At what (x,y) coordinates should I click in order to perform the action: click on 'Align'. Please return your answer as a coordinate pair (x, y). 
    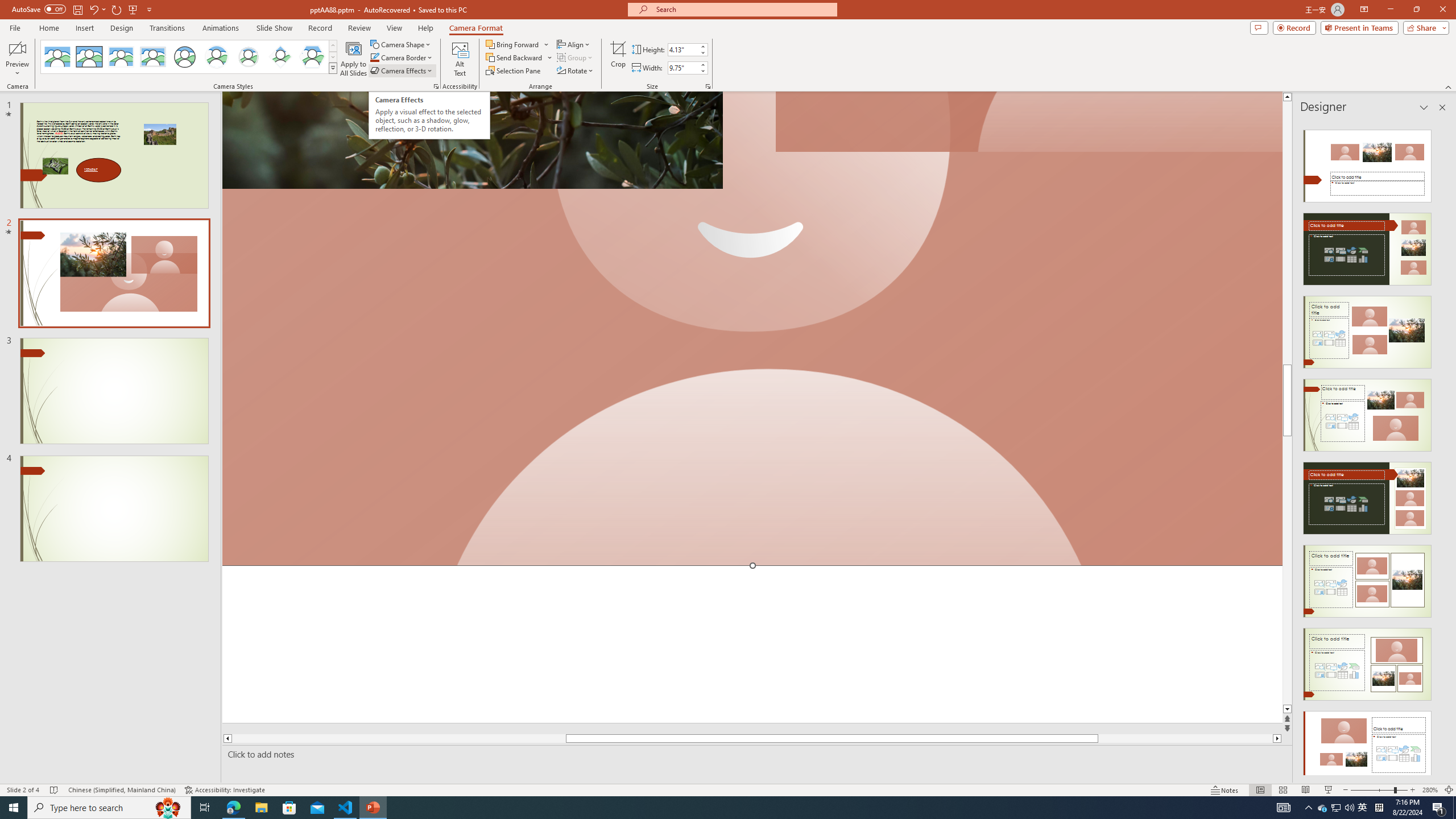
    Looking at the image, I should click on (573, 44).